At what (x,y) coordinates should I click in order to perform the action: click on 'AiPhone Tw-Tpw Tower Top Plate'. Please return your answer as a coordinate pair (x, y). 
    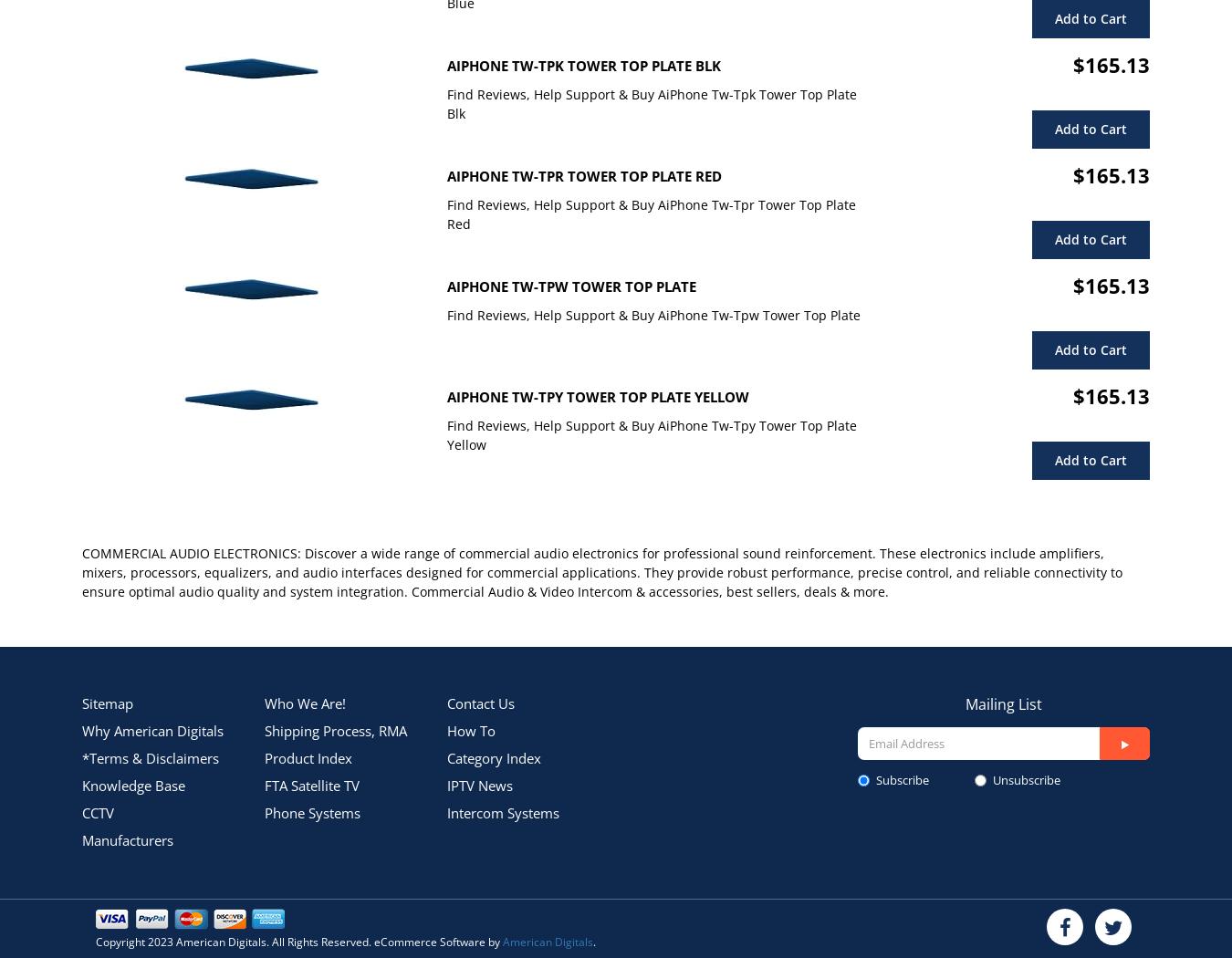
    Looking at the image, I should click on (571, 286).